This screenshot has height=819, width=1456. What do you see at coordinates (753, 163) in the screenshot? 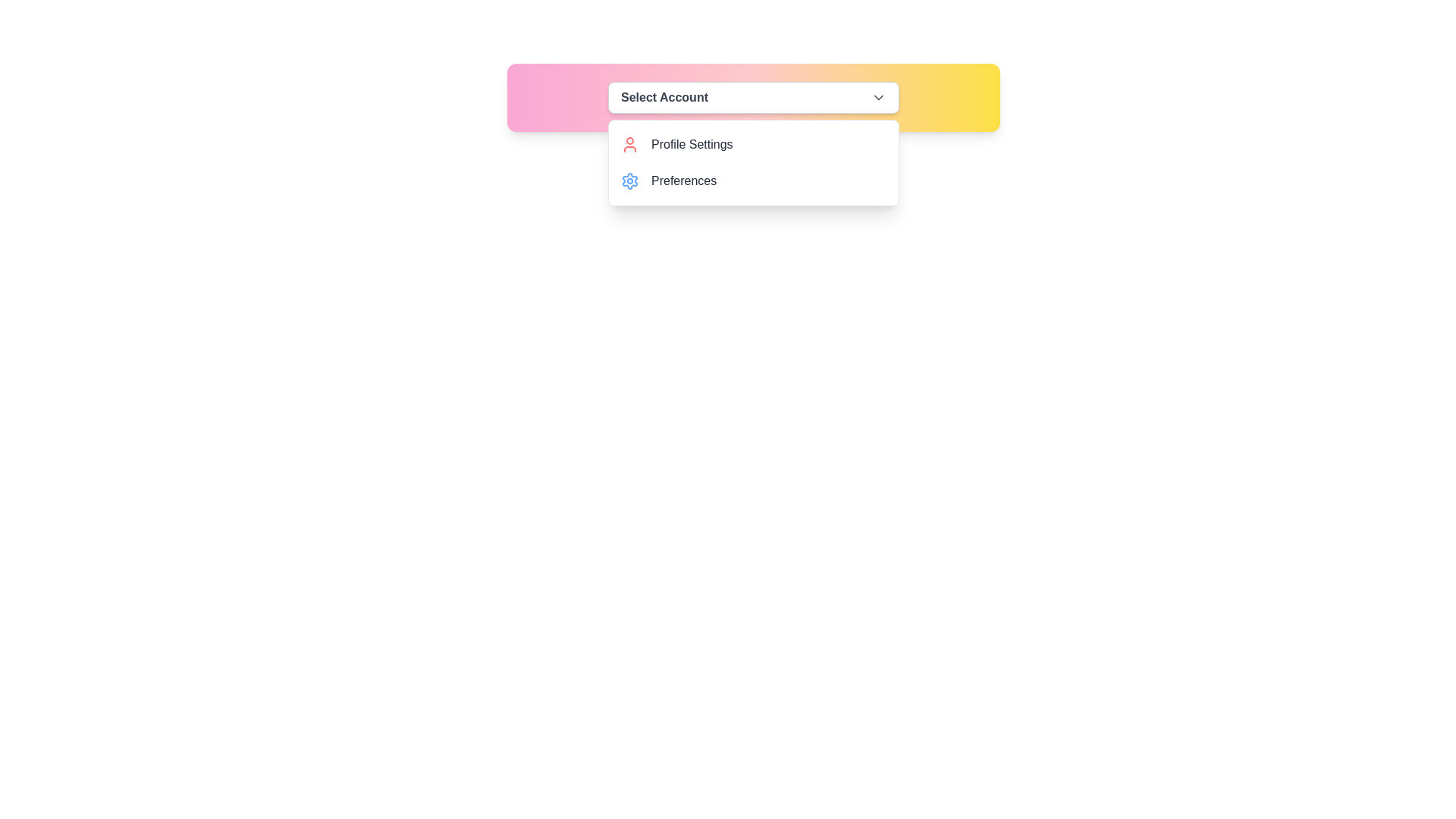
I see `the dropdown panel displaying 'Profile Settings' and 'Preferences' options, located below the 'Select Account' button` at bounding box center [753, 163].